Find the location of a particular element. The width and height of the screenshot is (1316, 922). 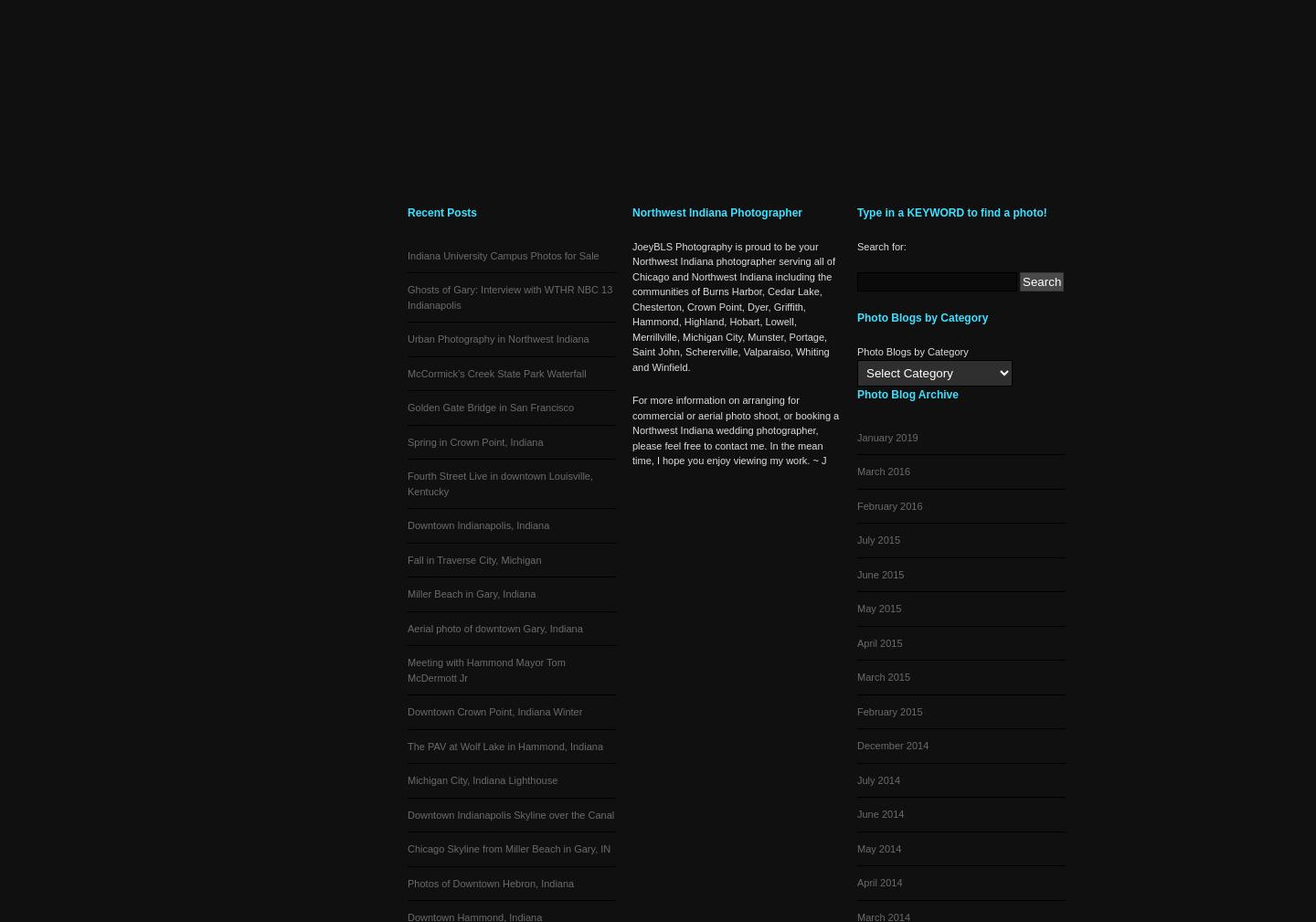

'Urban Photography in Northwest Indiana' is located at coordinates (498, 338).